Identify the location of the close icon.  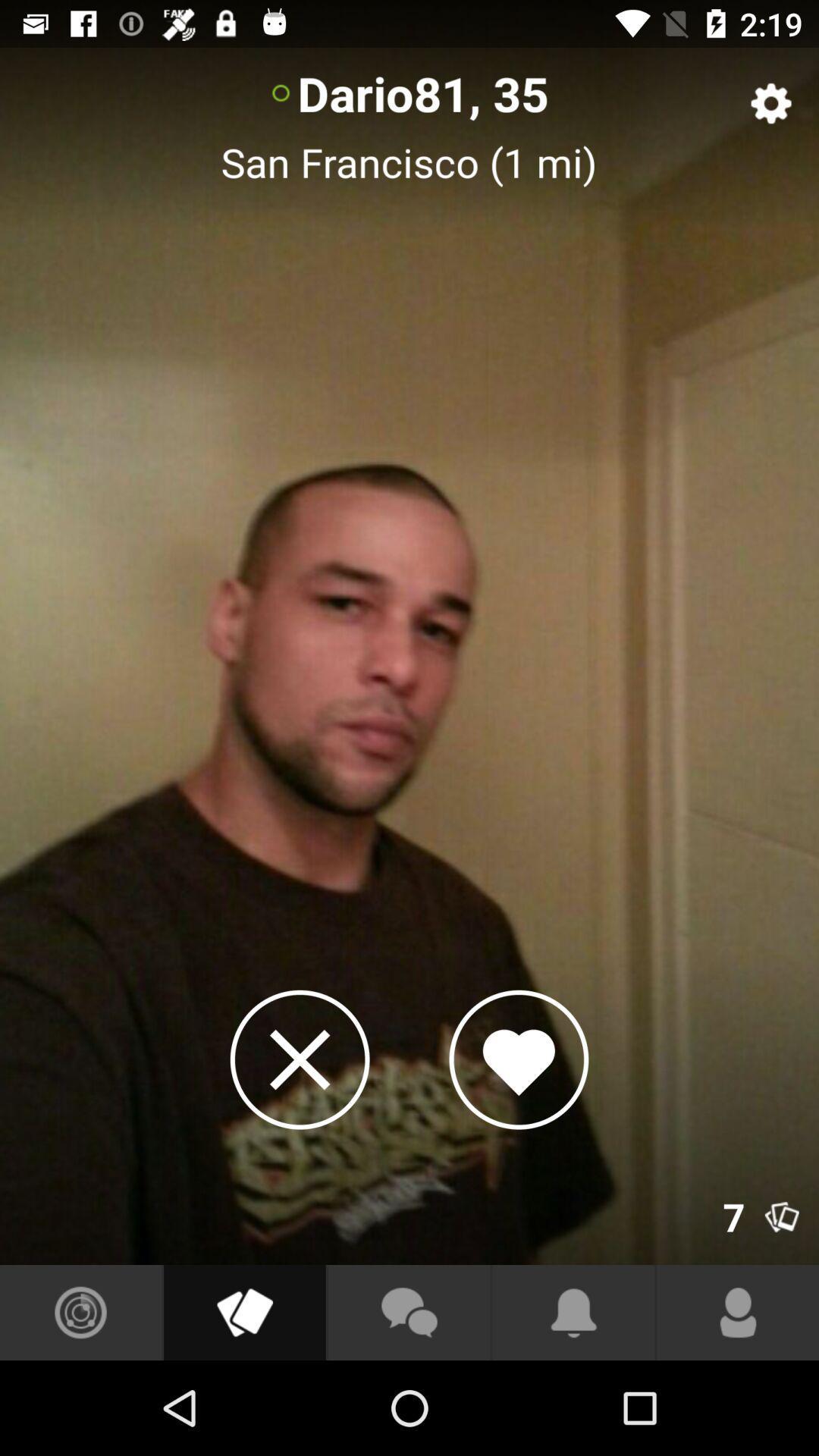
(300, 1059).